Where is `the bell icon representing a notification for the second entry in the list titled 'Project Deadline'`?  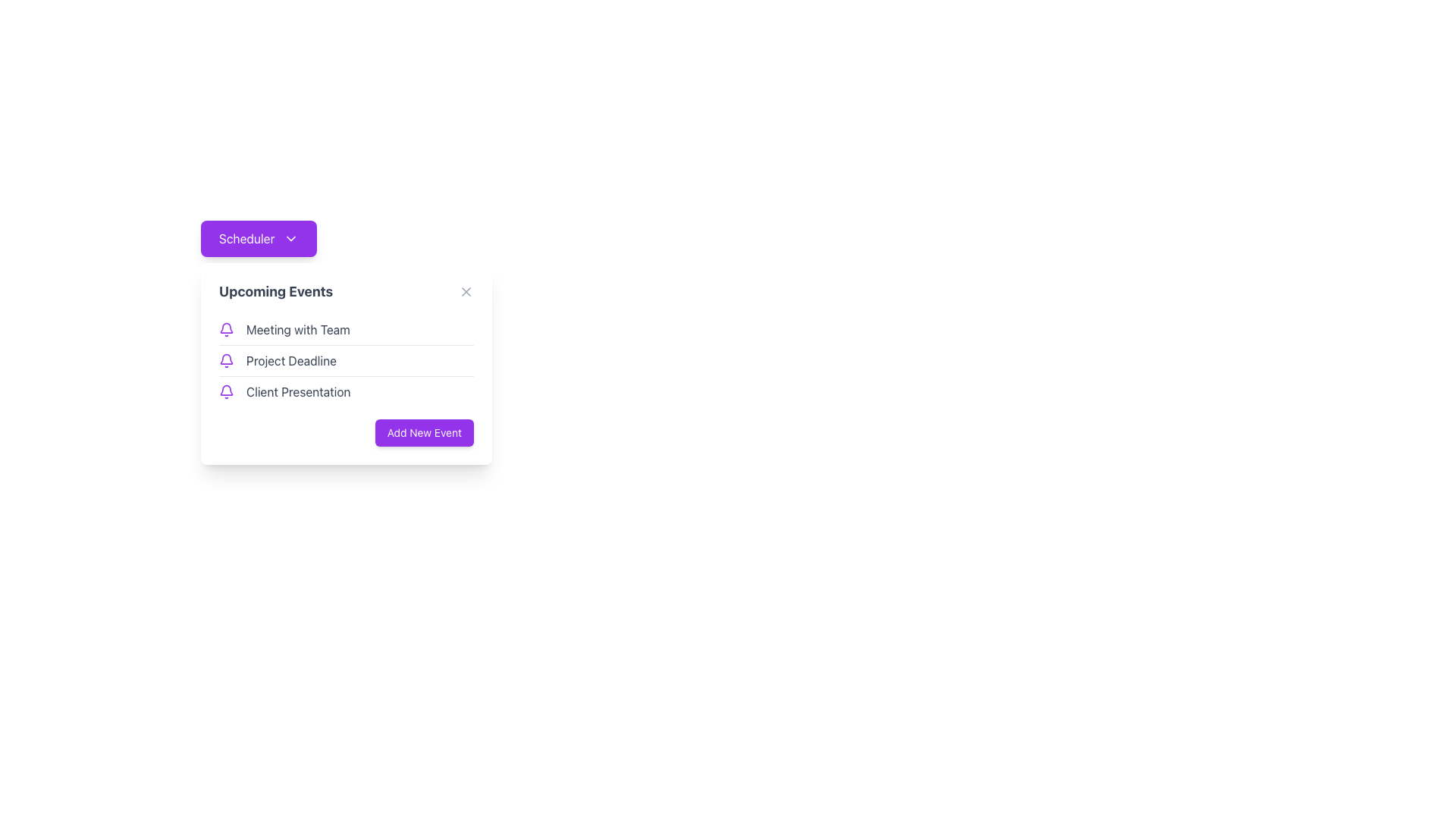
the bell icon representing a notification for the second entry in the list titled 'Project Deadline' is located at coordinates (225, 359).